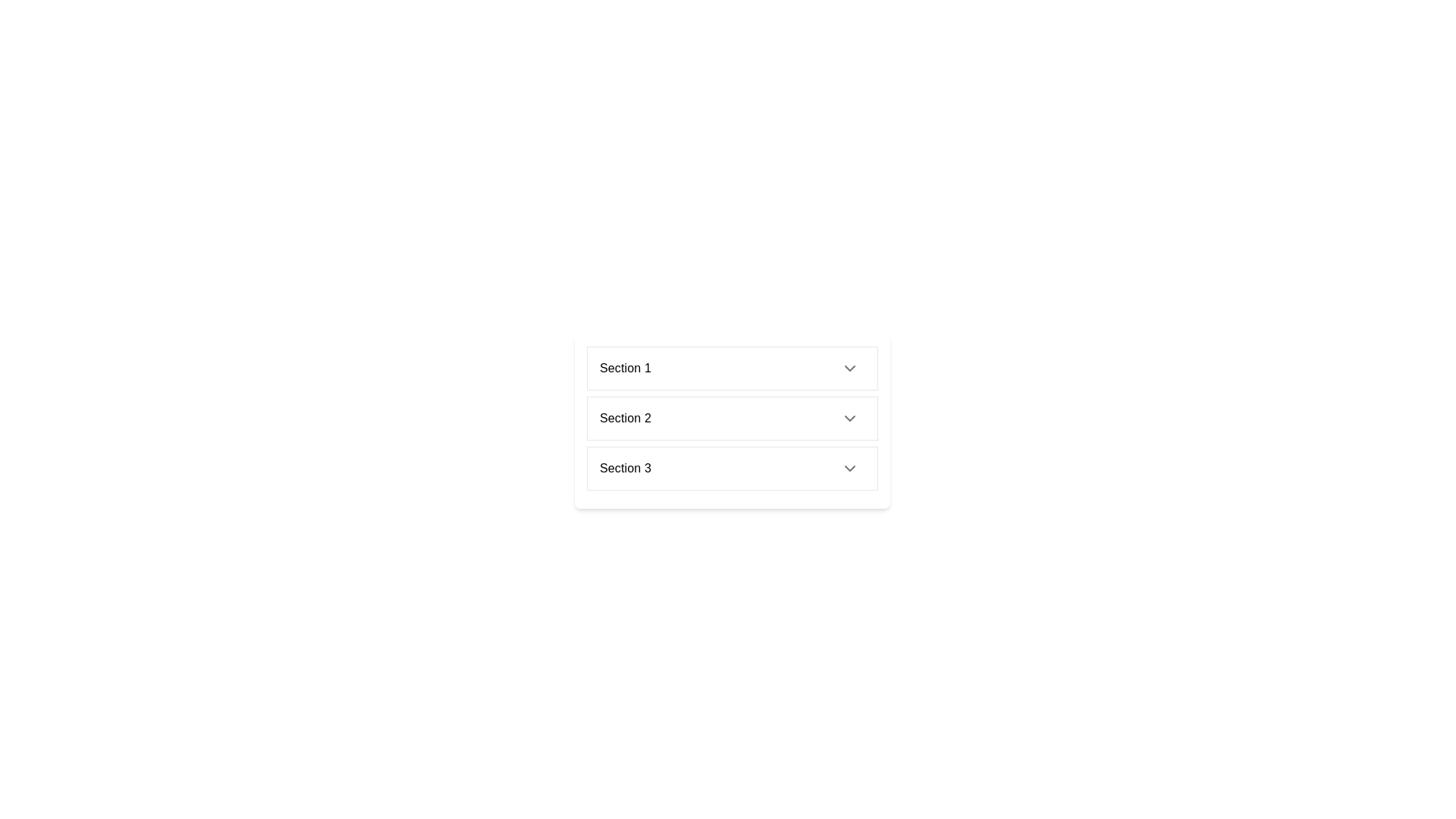 This screenshot has width=1456, height=819. Describe the element at coordinates (850, 418) in the screenshot. I see `the downward-facing chevron icon located to the right of the 'Section 2' text label` at that location.